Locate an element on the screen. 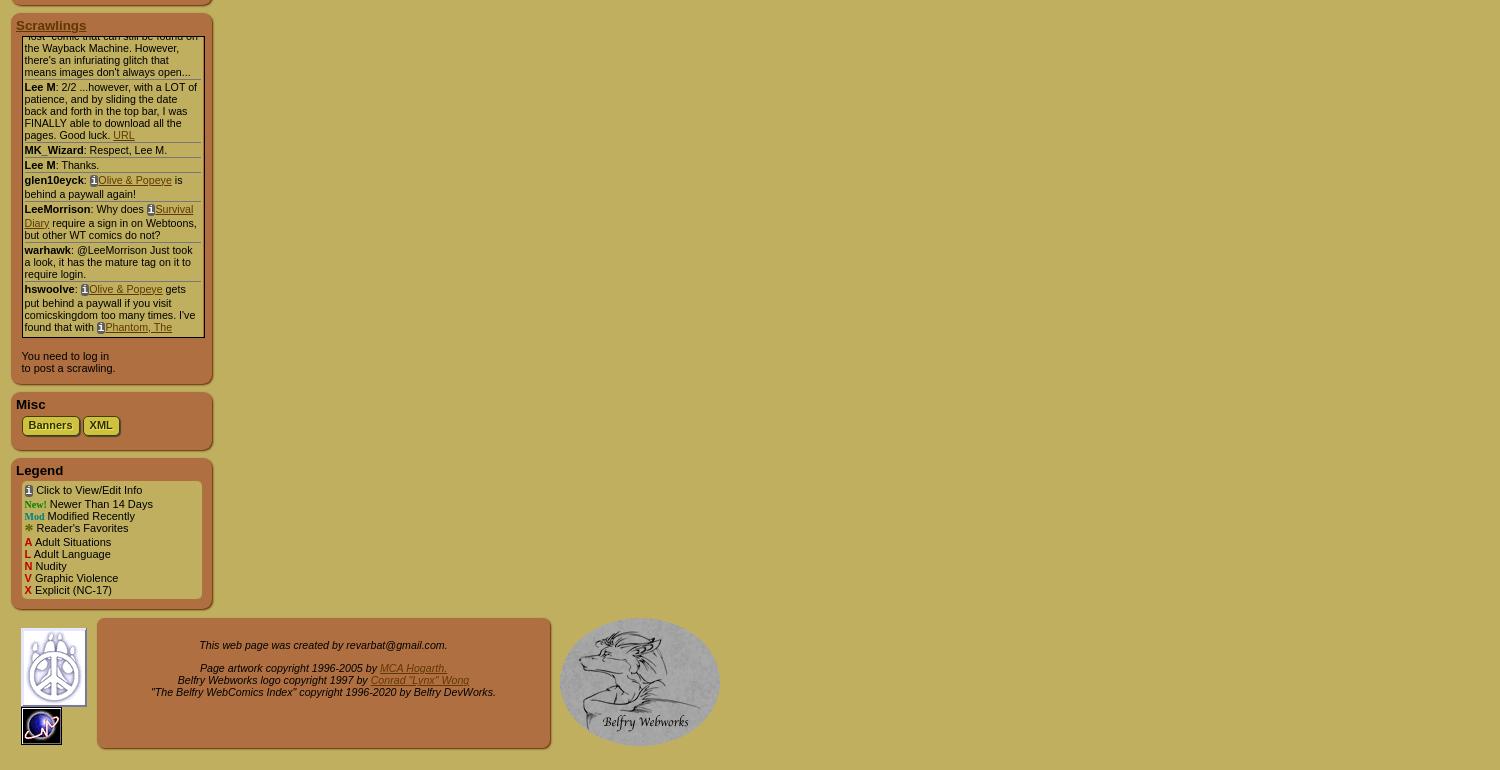 Image resolution: width=1500 pixels, height=770 pixels. 'warhawk' is located at coordinates (46, 248).